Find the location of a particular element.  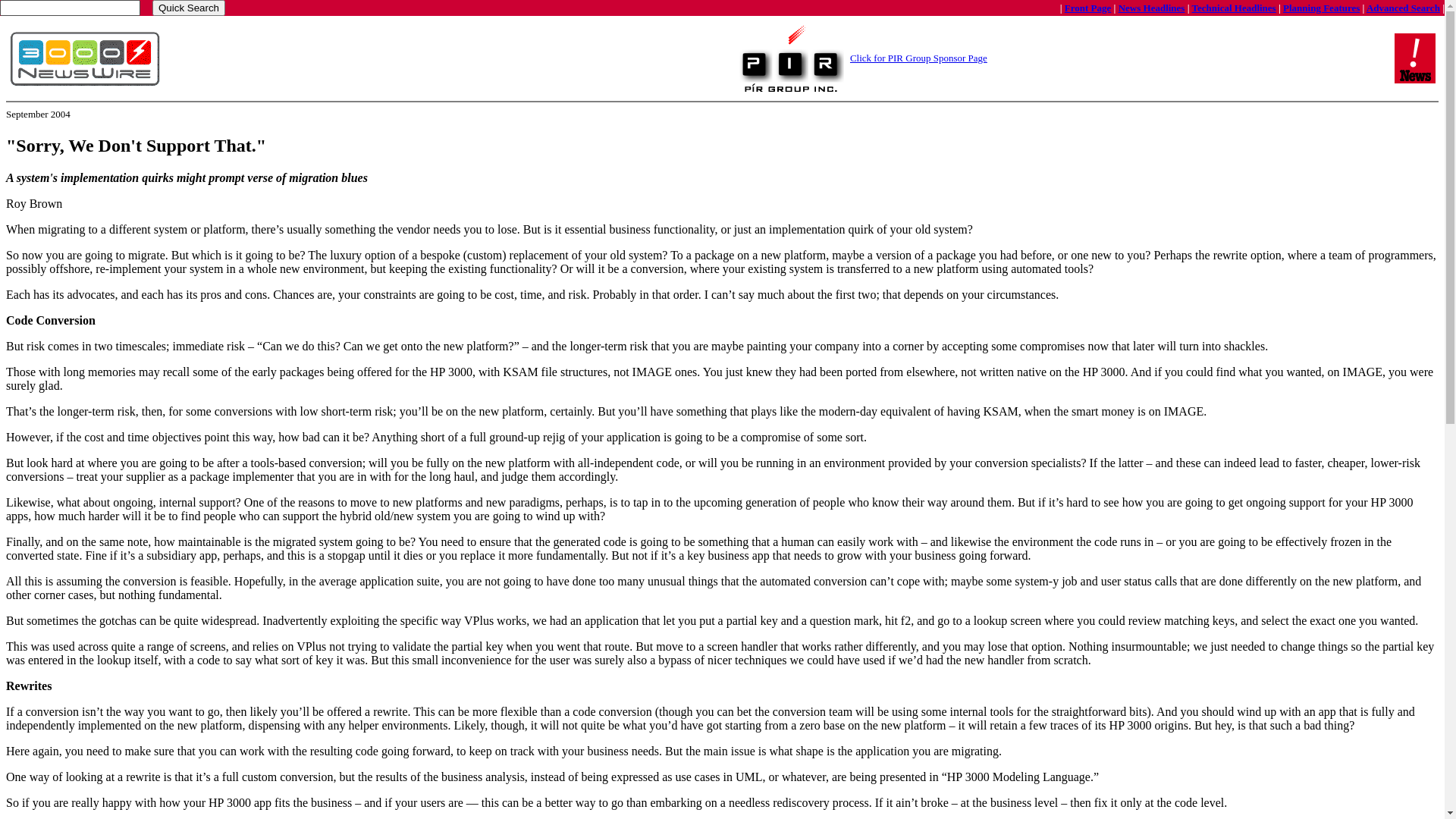

'Technical Headlines' is located at coordinates (1234, 7).